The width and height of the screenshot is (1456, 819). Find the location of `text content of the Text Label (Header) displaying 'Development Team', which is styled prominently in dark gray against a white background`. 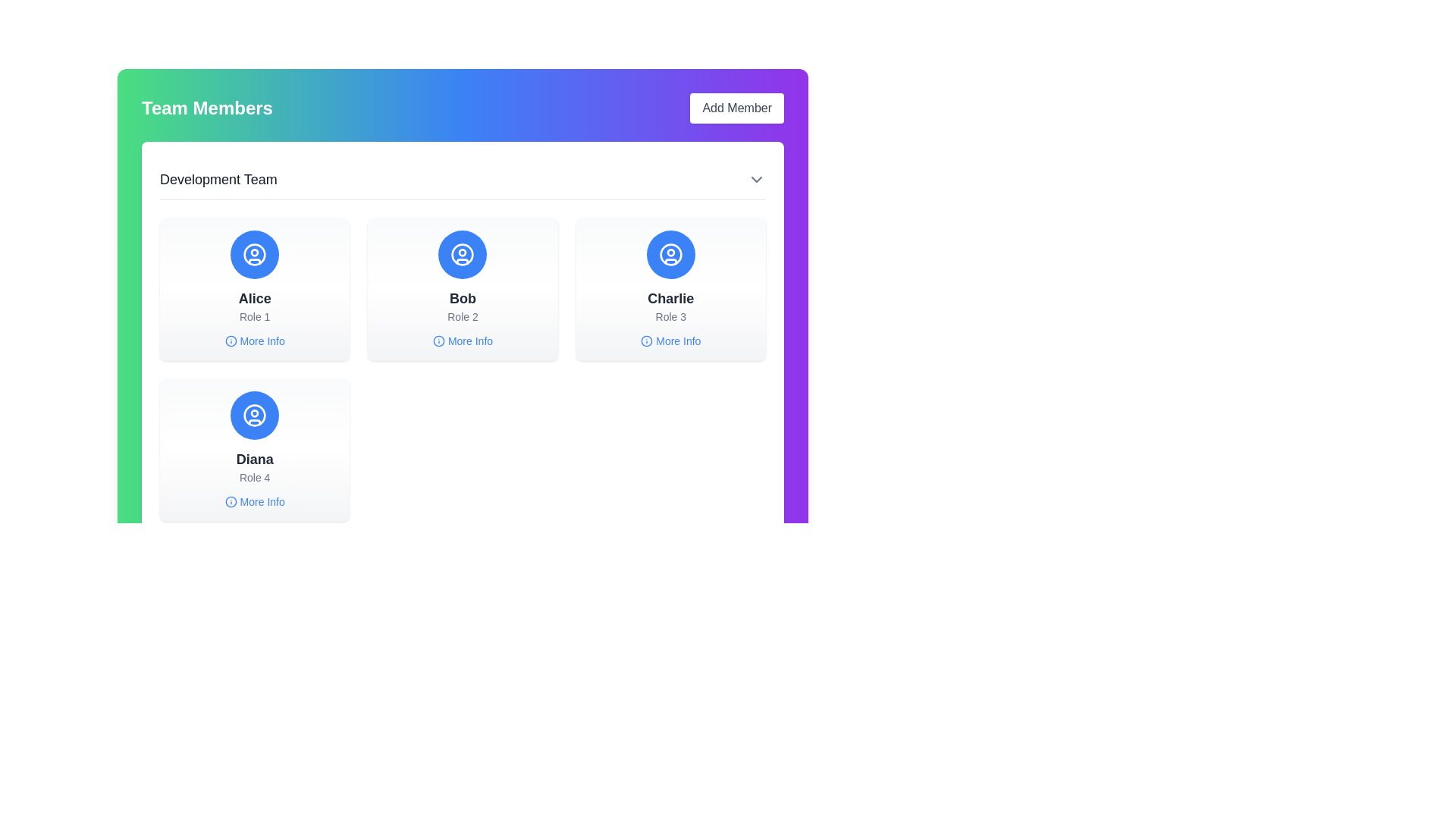

text content of the Text Label (Header) displaying 'Development Team', which is styled prominently in dark gray against a white background is located at coordinates (218, 178).